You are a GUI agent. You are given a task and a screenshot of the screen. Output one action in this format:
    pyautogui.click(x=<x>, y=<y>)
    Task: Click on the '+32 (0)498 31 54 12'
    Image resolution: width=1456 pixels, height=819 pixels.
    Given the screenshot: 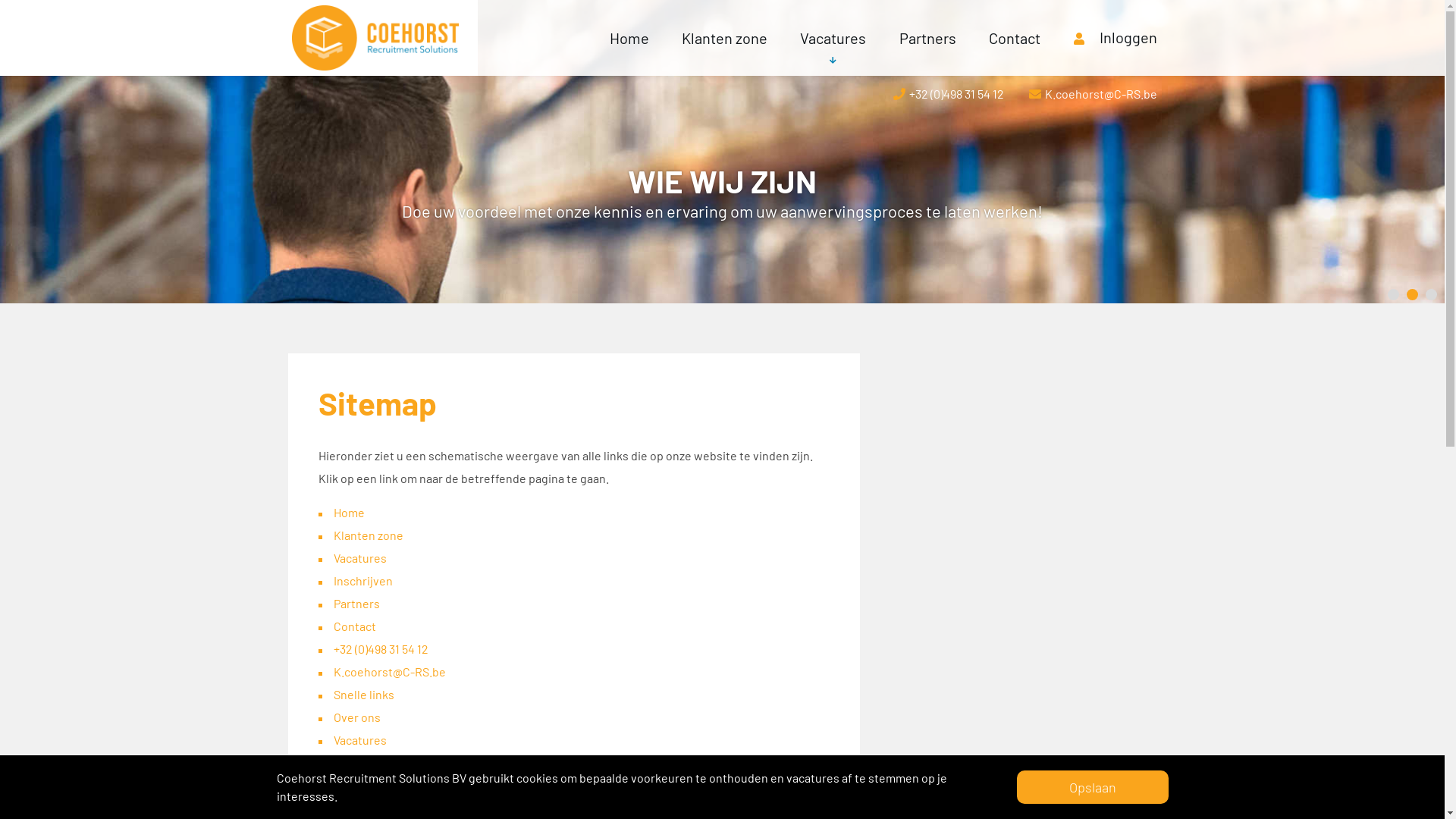 What is the action you would take?
    pyautogui.click(x=381, y=648)
    